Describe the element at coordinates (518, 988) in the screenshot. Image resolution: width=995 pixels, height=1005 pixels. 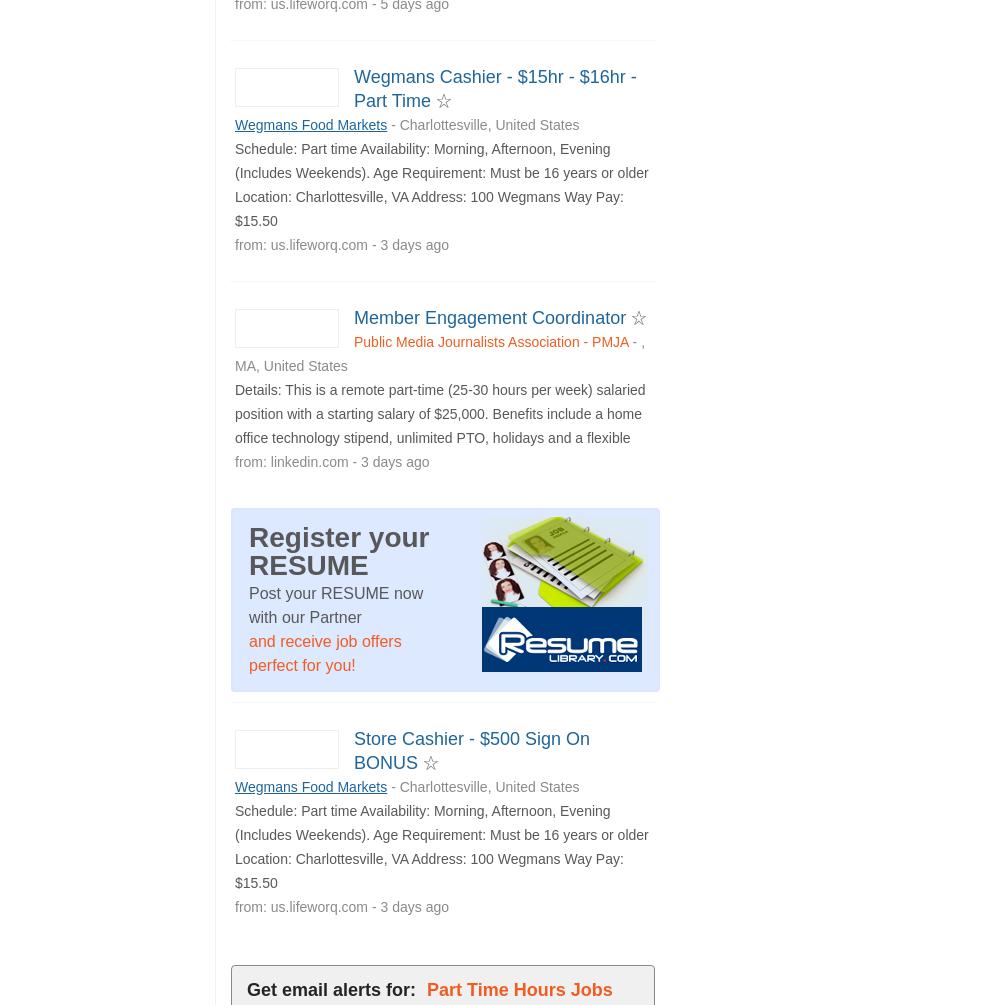
I see `'Part Time Hours Jobs'` at that location.